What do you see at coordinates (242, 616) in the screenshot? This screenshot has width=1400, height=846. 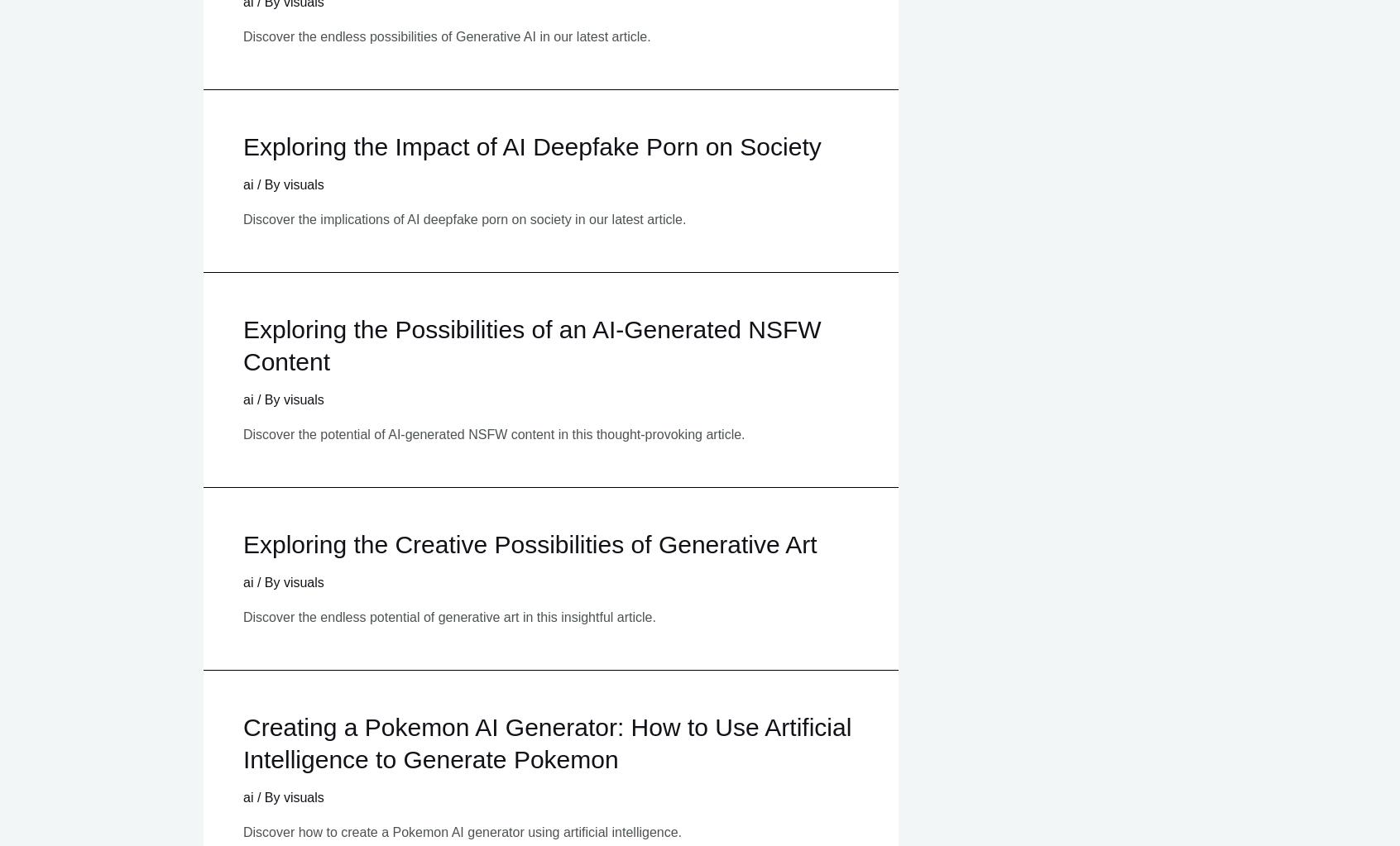 I see `'Discover the endless potential of generative art in this insightful article.'` at bounding box center [242, 616].